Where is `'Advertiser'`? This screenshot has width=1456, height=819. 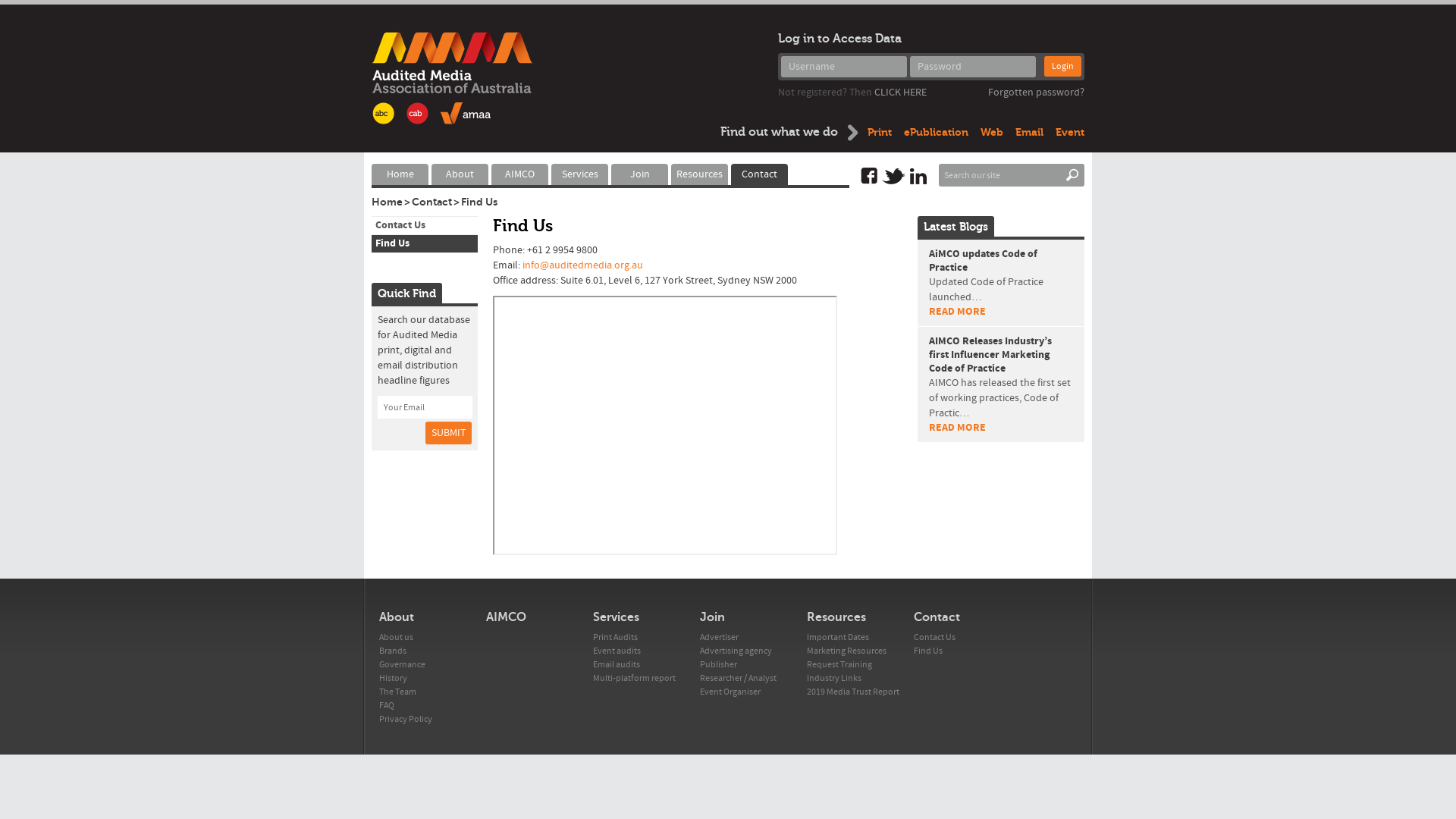 'Advertiser' is located at coordinates (718, 637).